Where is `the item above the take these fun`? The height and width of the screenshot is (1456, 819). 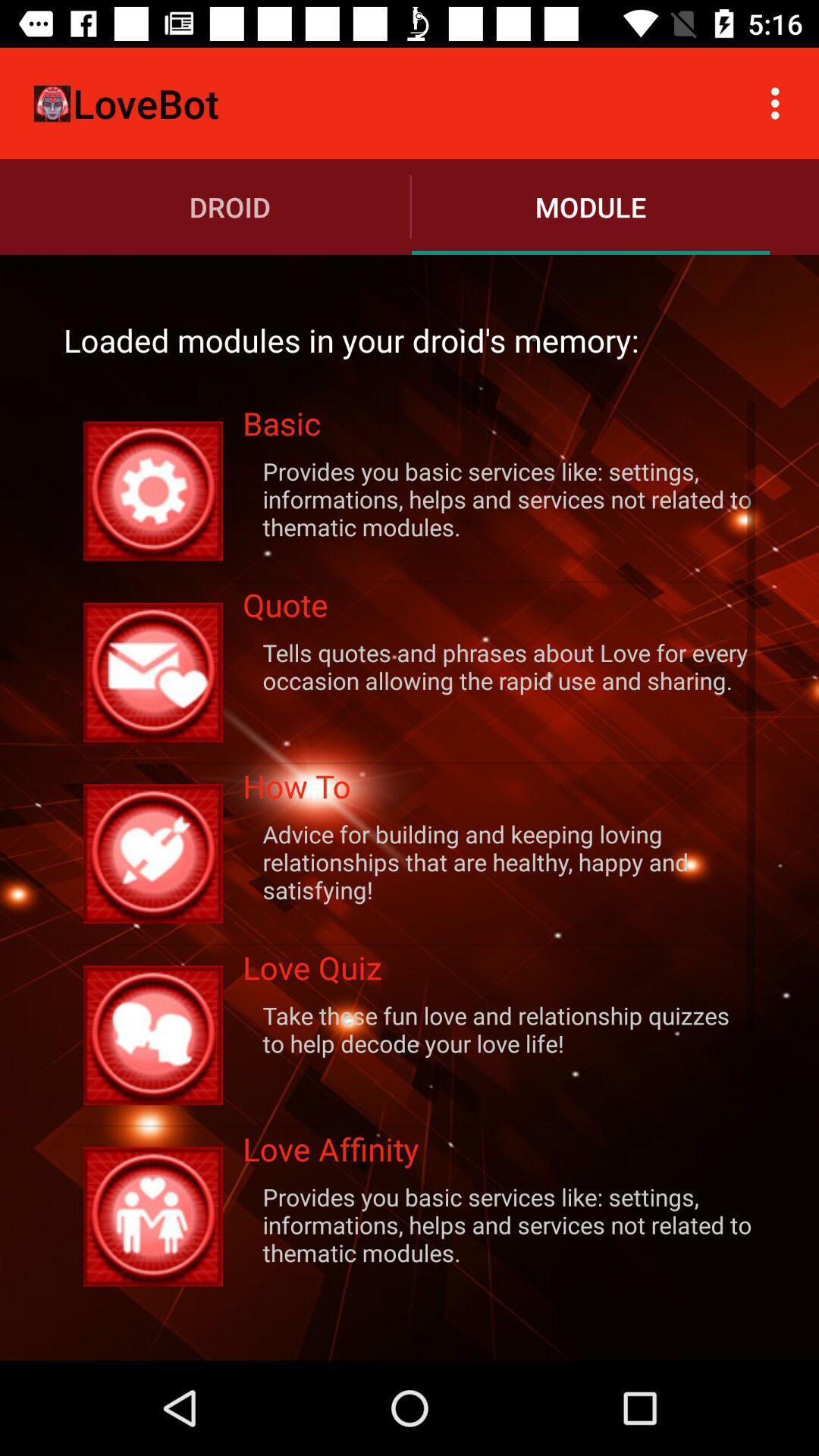
the item above the take these fun is located at coordinates (499, 972).